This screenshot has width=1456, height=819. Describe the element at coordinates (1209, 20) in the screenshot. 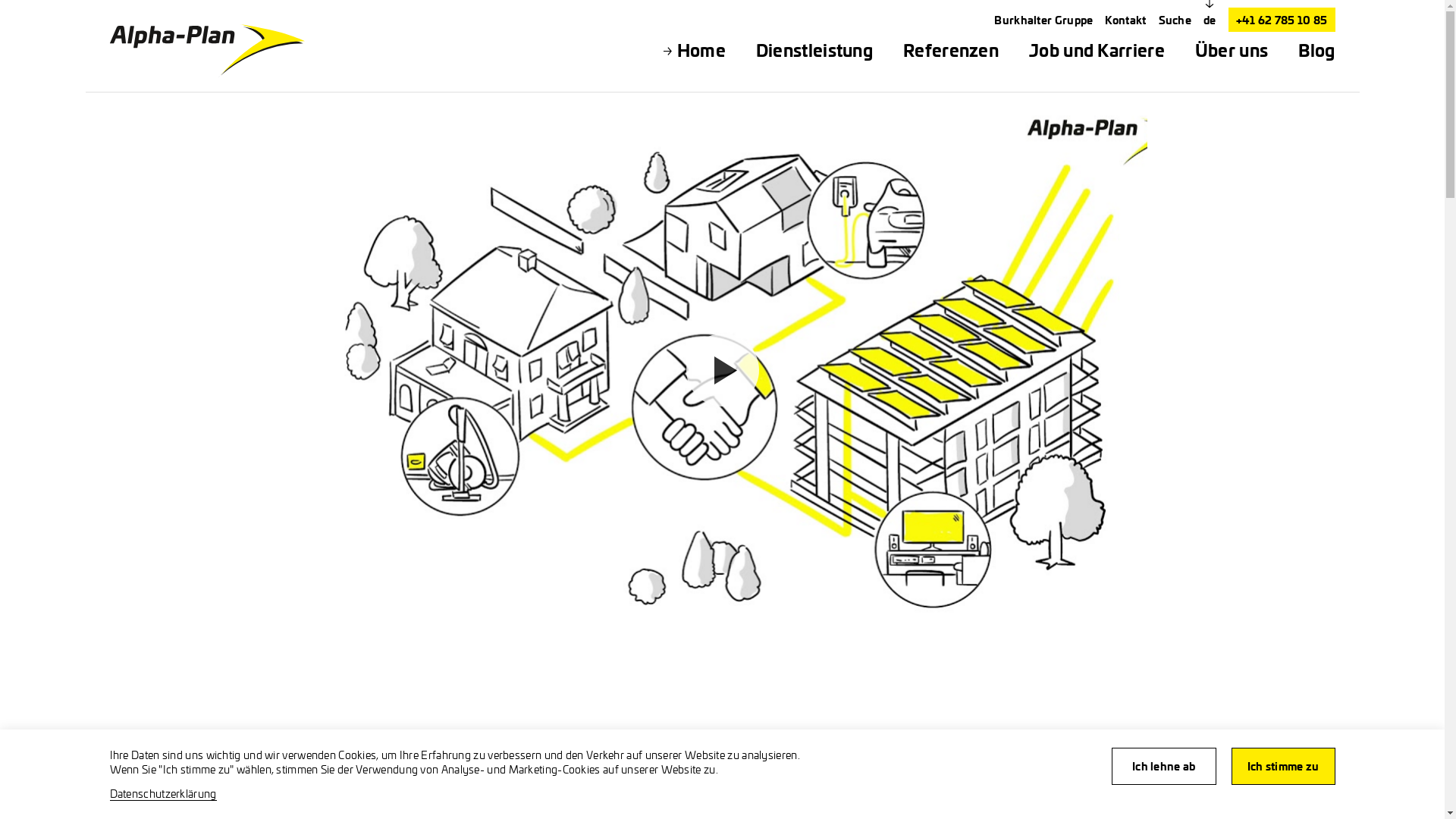

I see `'de'` at that location.